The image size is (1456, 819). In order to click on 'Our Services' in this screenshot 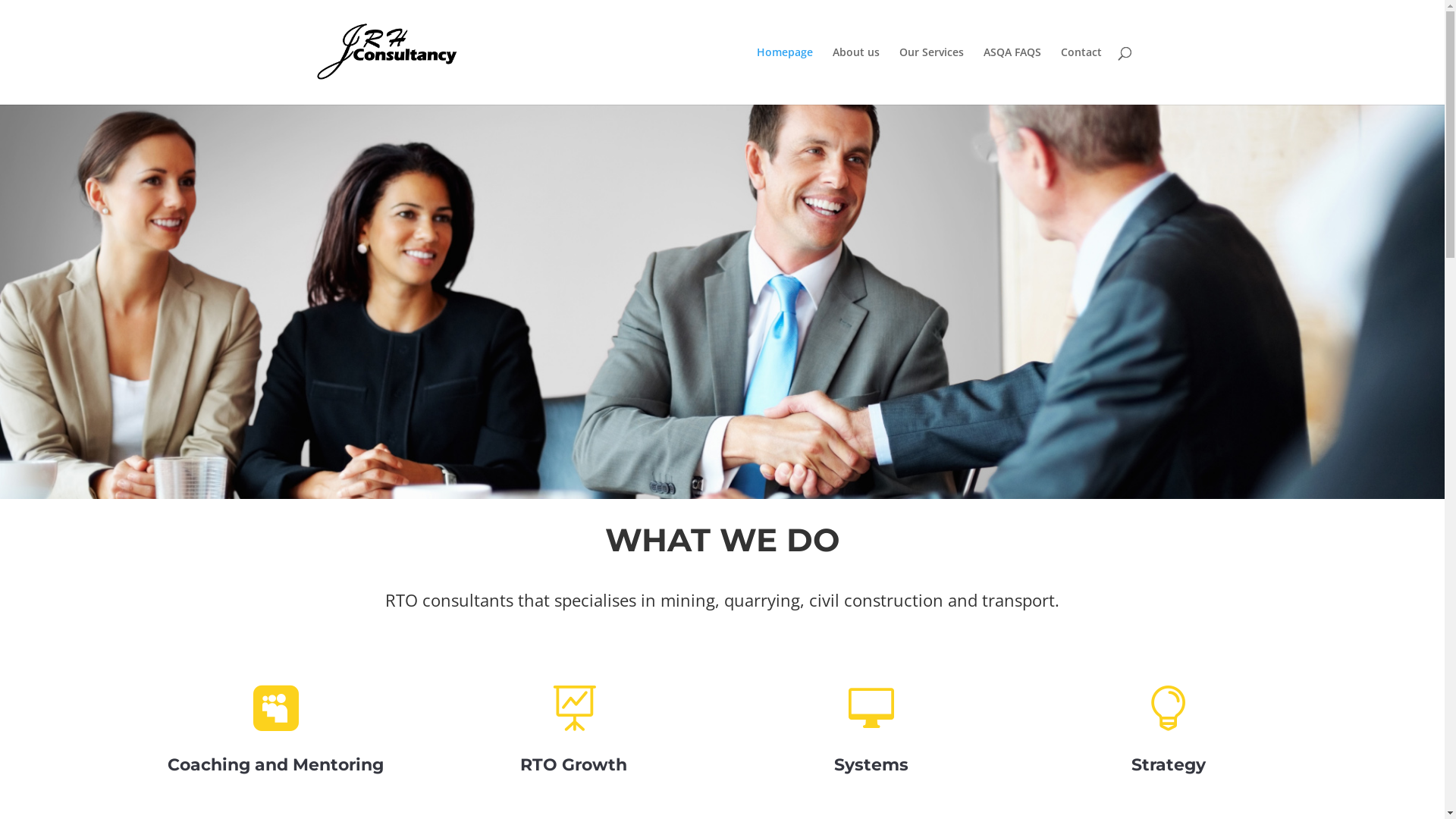, I will do `click(930, 76)`.